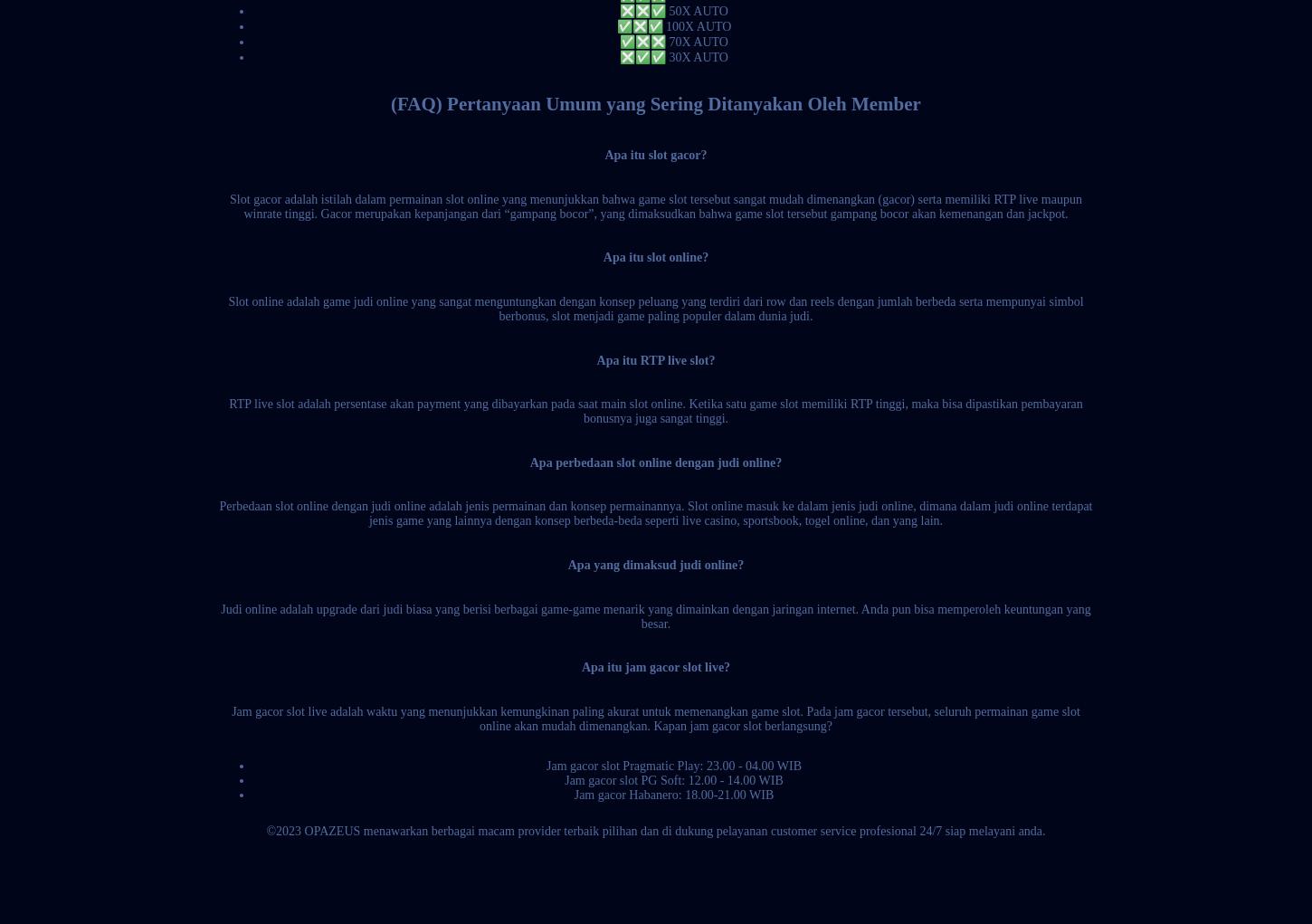 Image resolution: width=1312 pixels, height=924 pixels. I want to click on '❎✅✅ 30X AUTO', so click(673, 56).